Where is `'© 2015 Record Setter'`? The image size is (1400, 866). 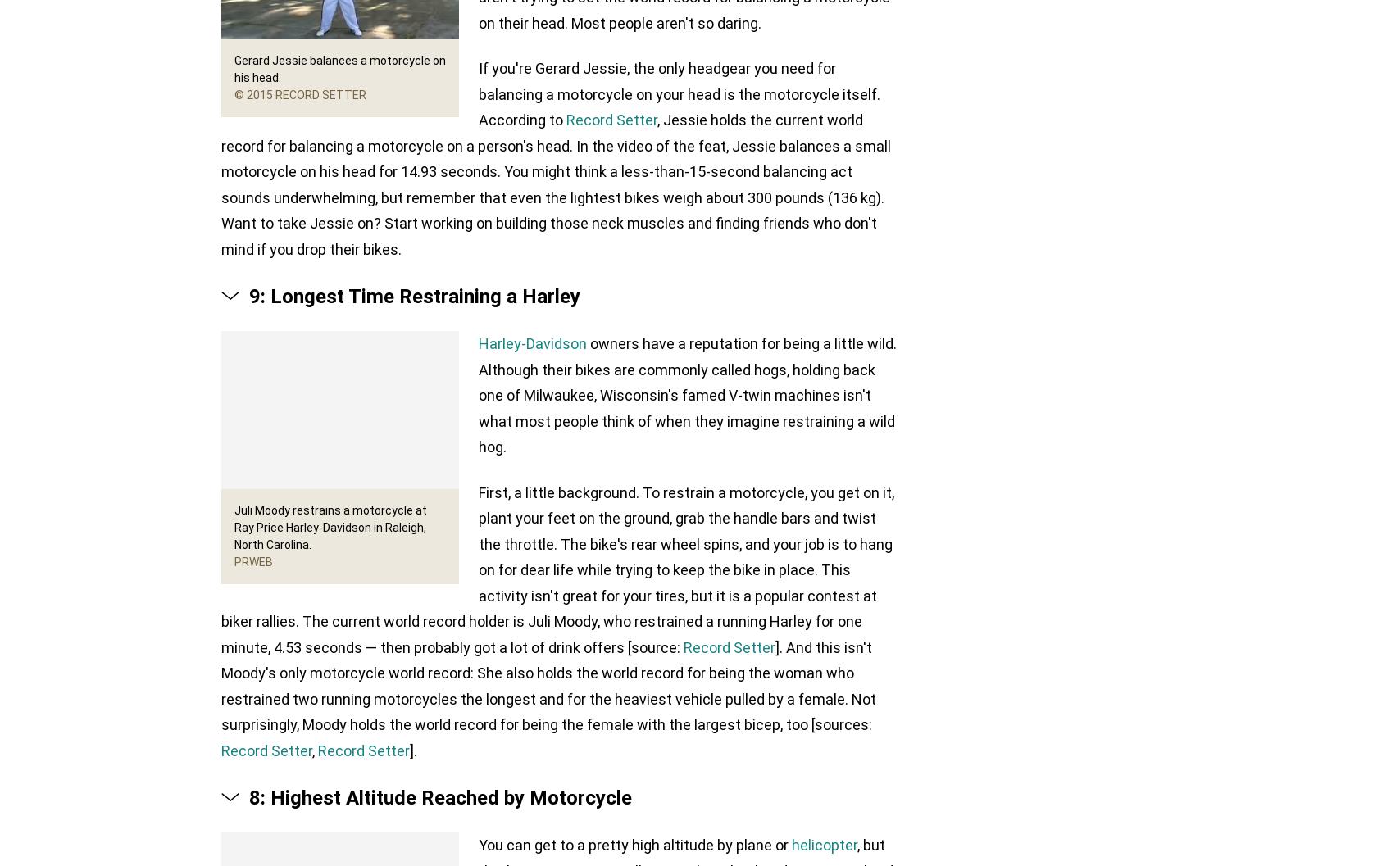 '© 2015 Record Setter' is located at coordinates (300, 93).